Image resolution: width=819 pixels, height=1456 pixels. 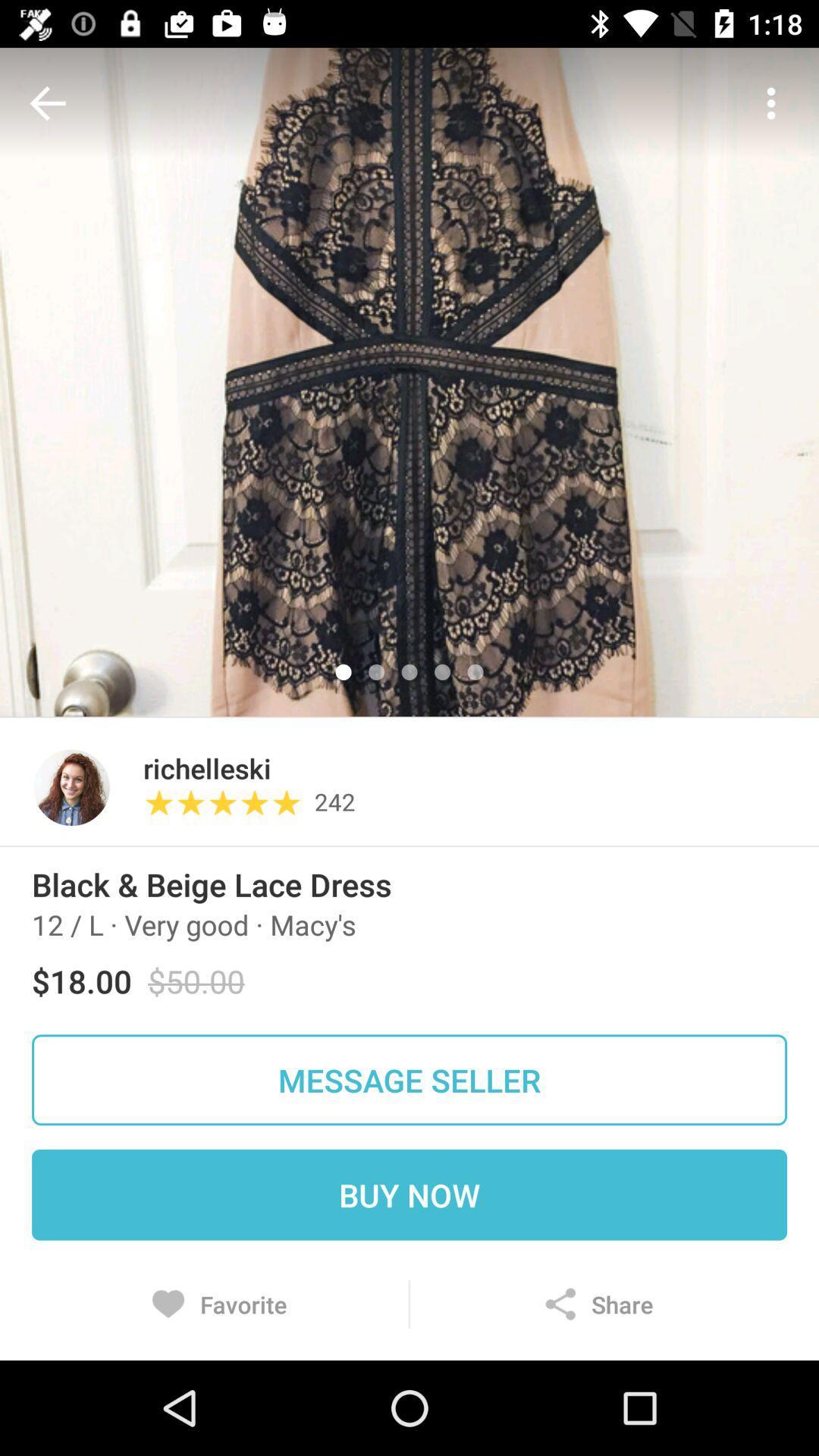 What do you see at coordinates (71, 787) in the screenshot?
I see `the icon to the left of the richelleski` at bounding box center [71, 787].